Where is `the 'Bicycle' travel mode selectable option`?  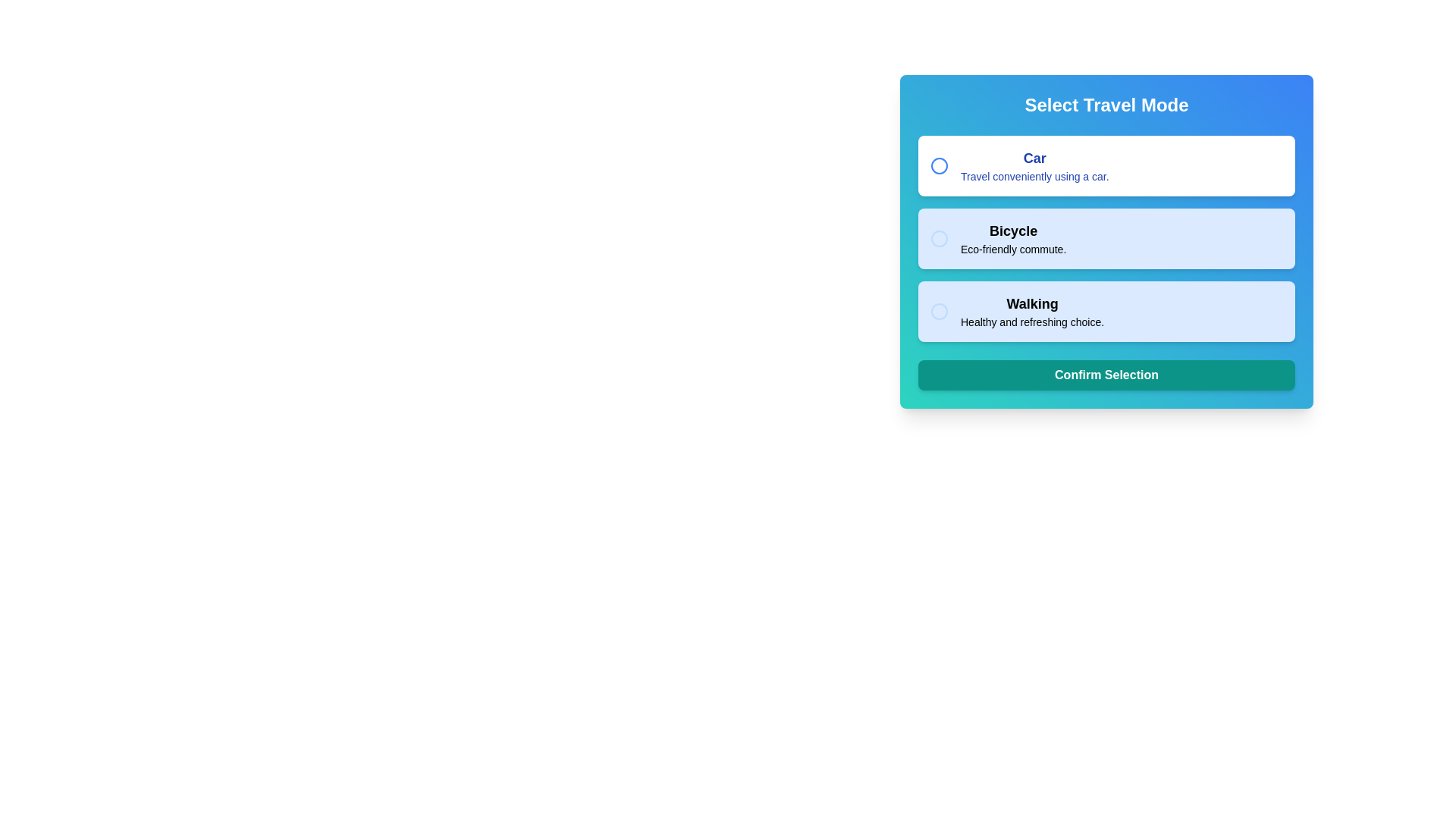 the 'Bicycle' travel mode selectable option is located at coordinates (1106, 241).